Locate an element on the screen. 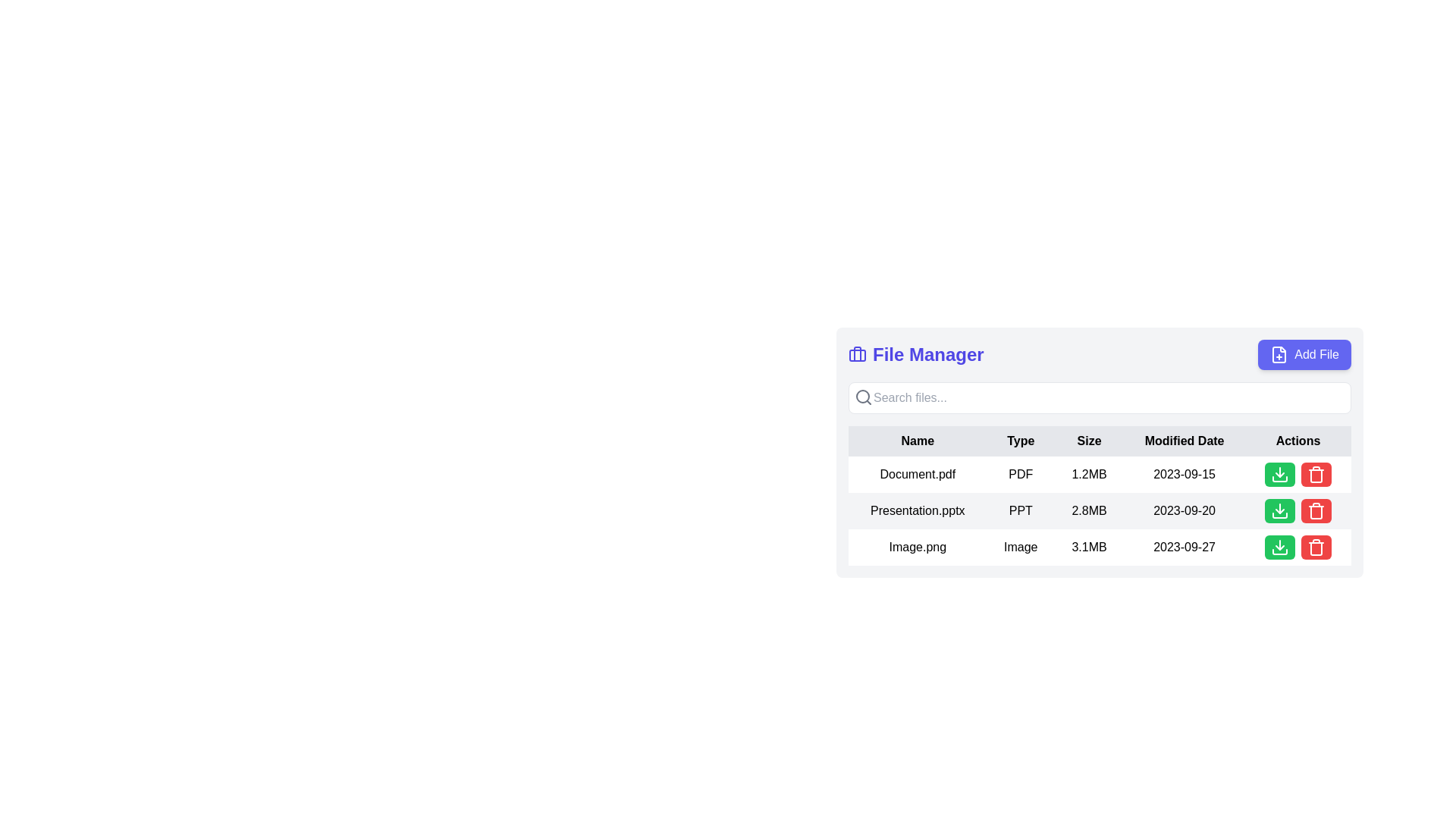 The image size is (1456, 819). the button with a trash icon, characterized by a red background and located is located at coordinates (1316, 547).